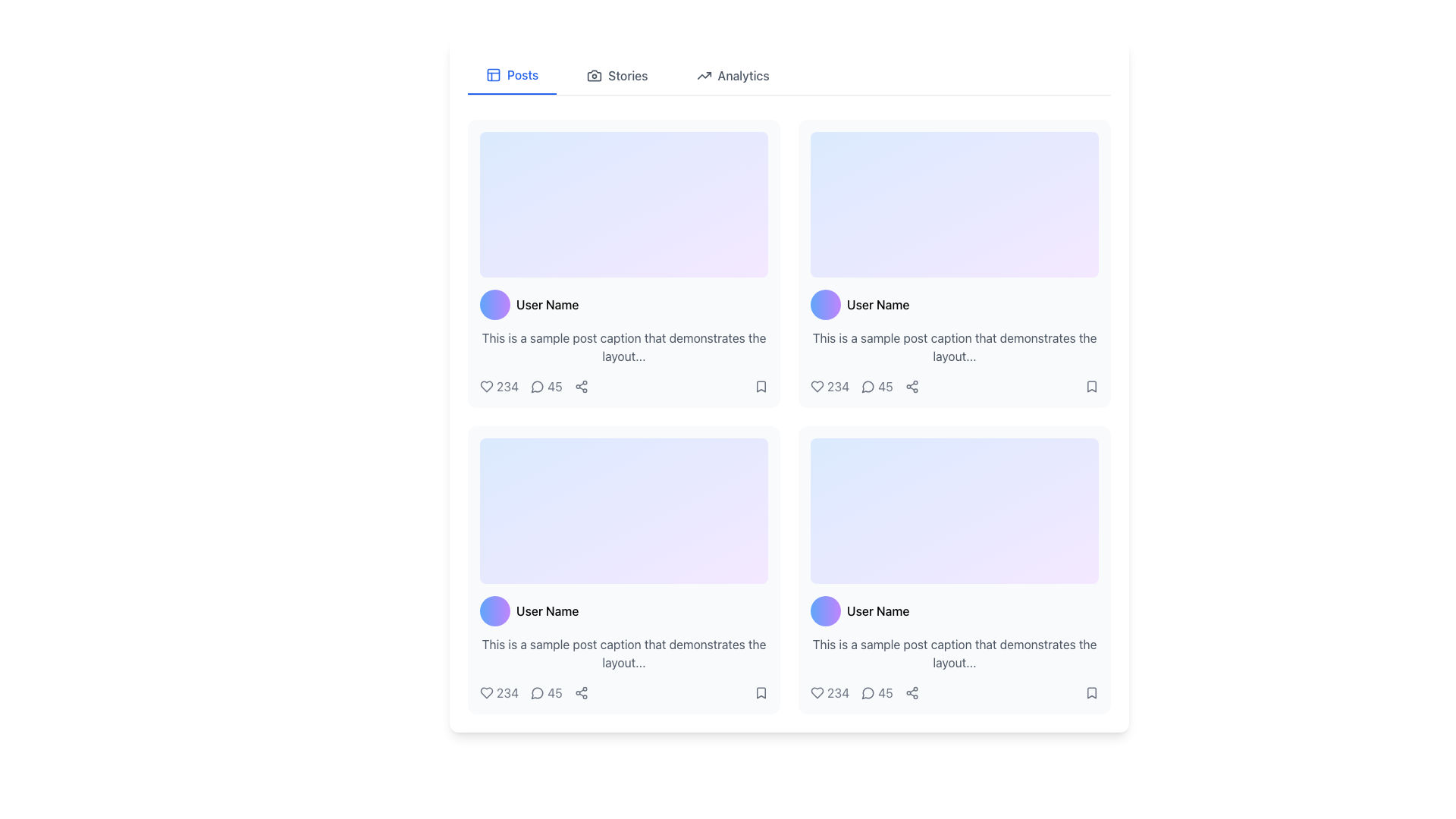  Describe the element at coordinates (761, 693) in the screenshot. I see `the bookmark button located at the bottom-right corner of the card component` at that location.